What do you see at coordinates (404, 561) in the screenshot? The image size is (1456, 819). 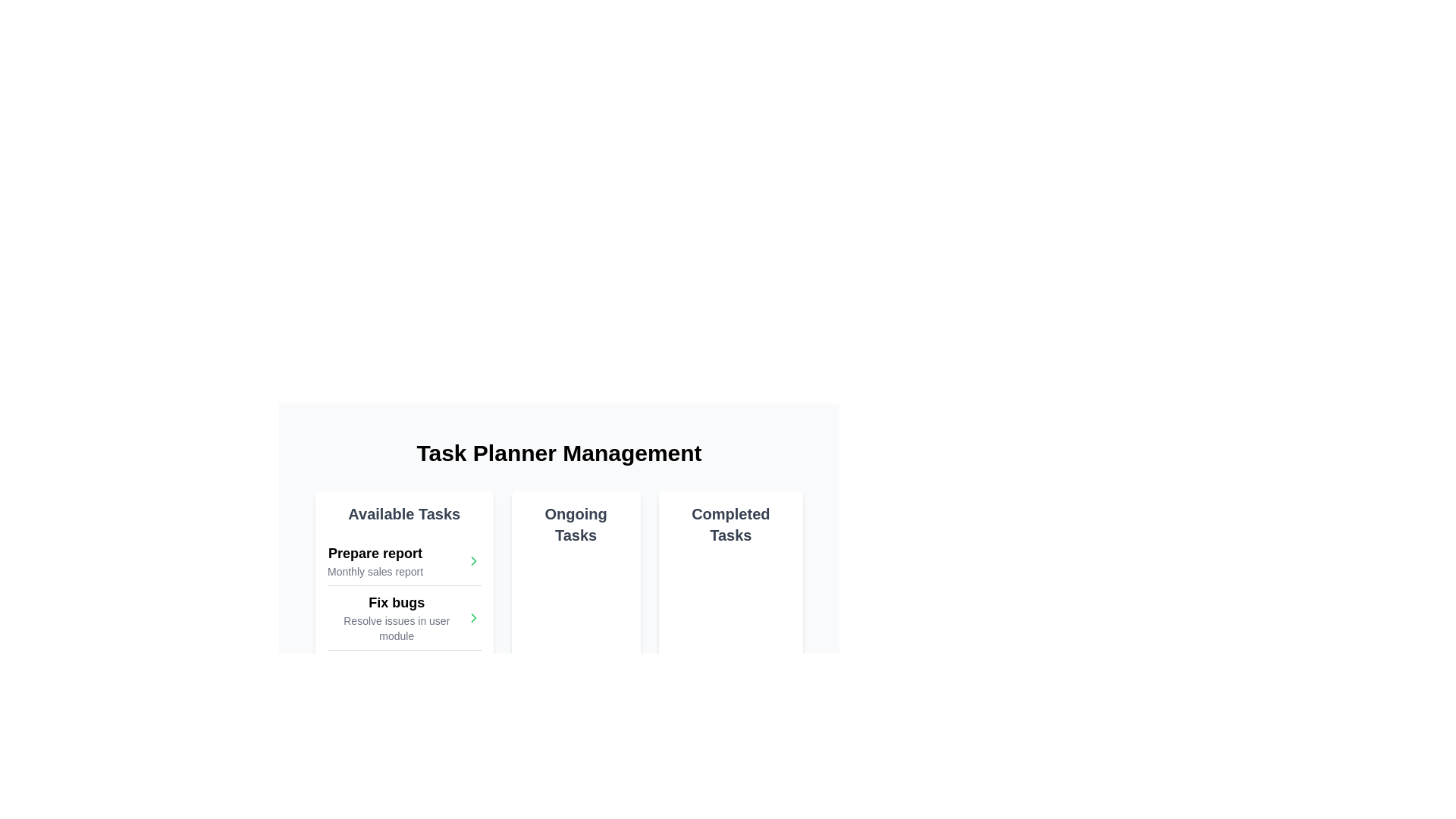 I see `the first list item in the 'Available Tasks' section which displays 'Prepare report'` at bounding box center [404, 561].